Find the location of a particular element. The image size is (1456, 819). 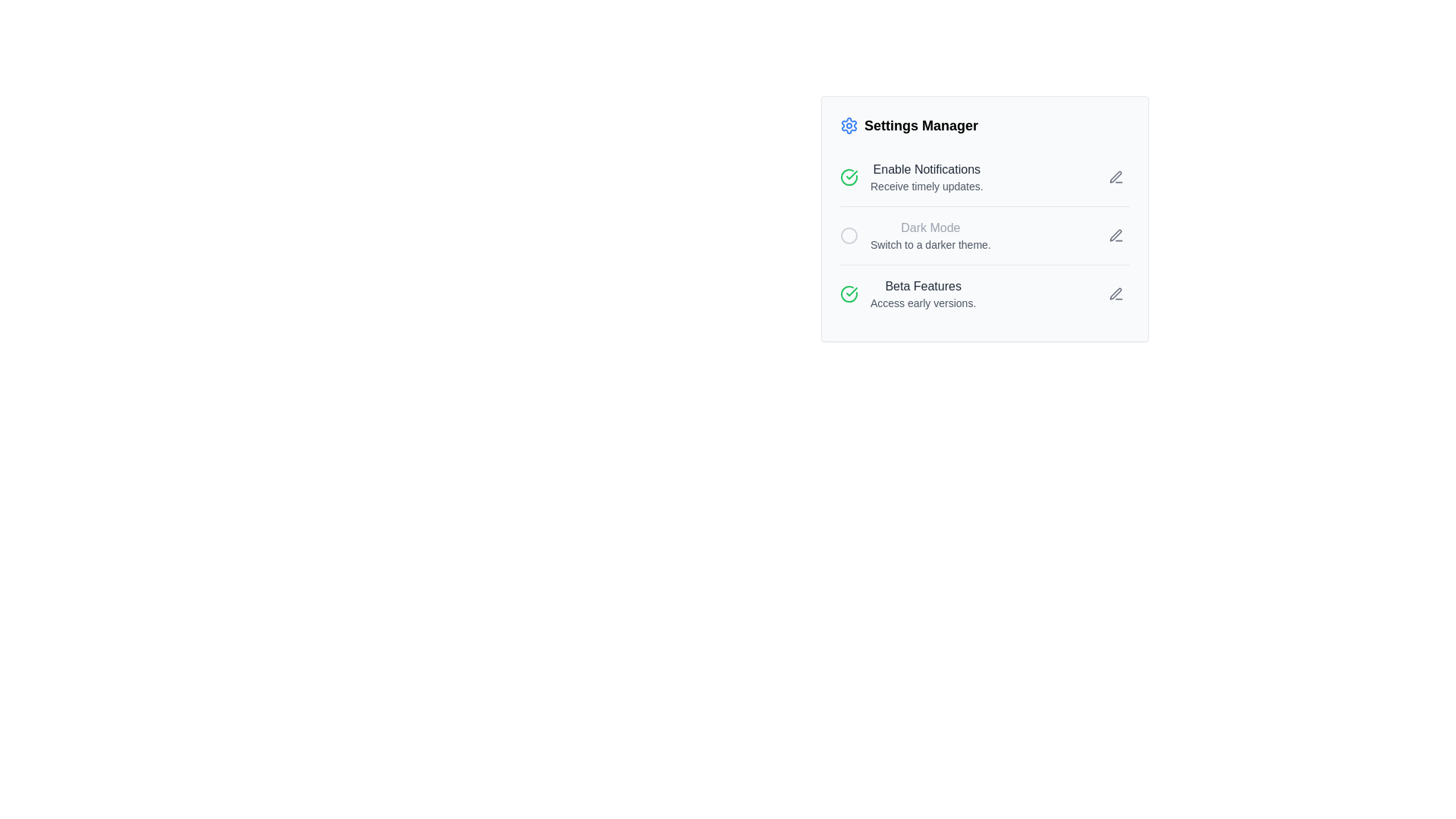

the Text Display element that provides information about the availability of beta features, located in the 'Settings Manager' panel as the third entry below 'Dark Mode' is located at coordinates (922, 294).